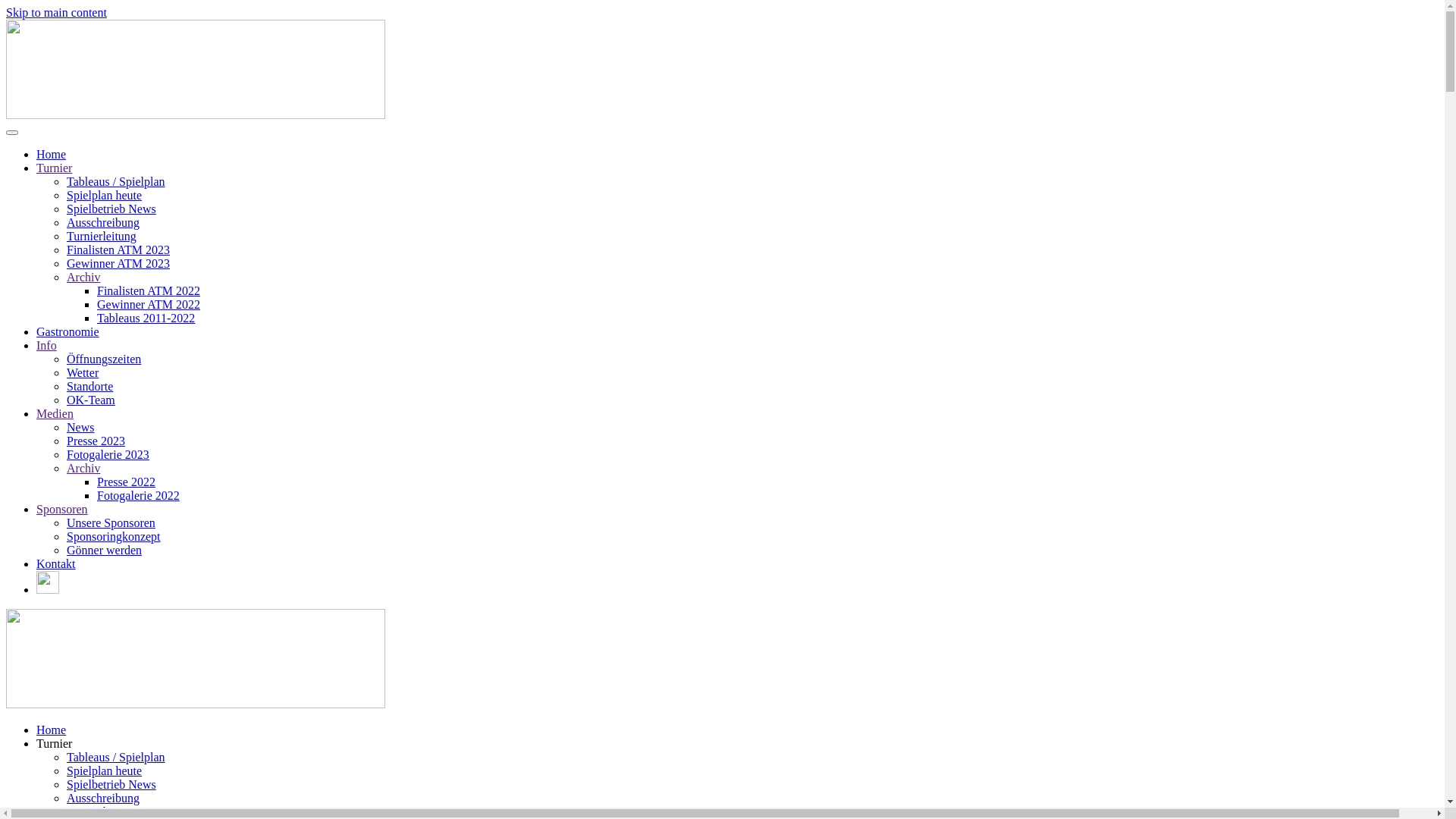 This screenshot has width=1456, height=819. What do you see at coordinates (118, 249) in the screenshot?
I see `'Finalisten ATM 2023'` at bounding box center [118, 249].